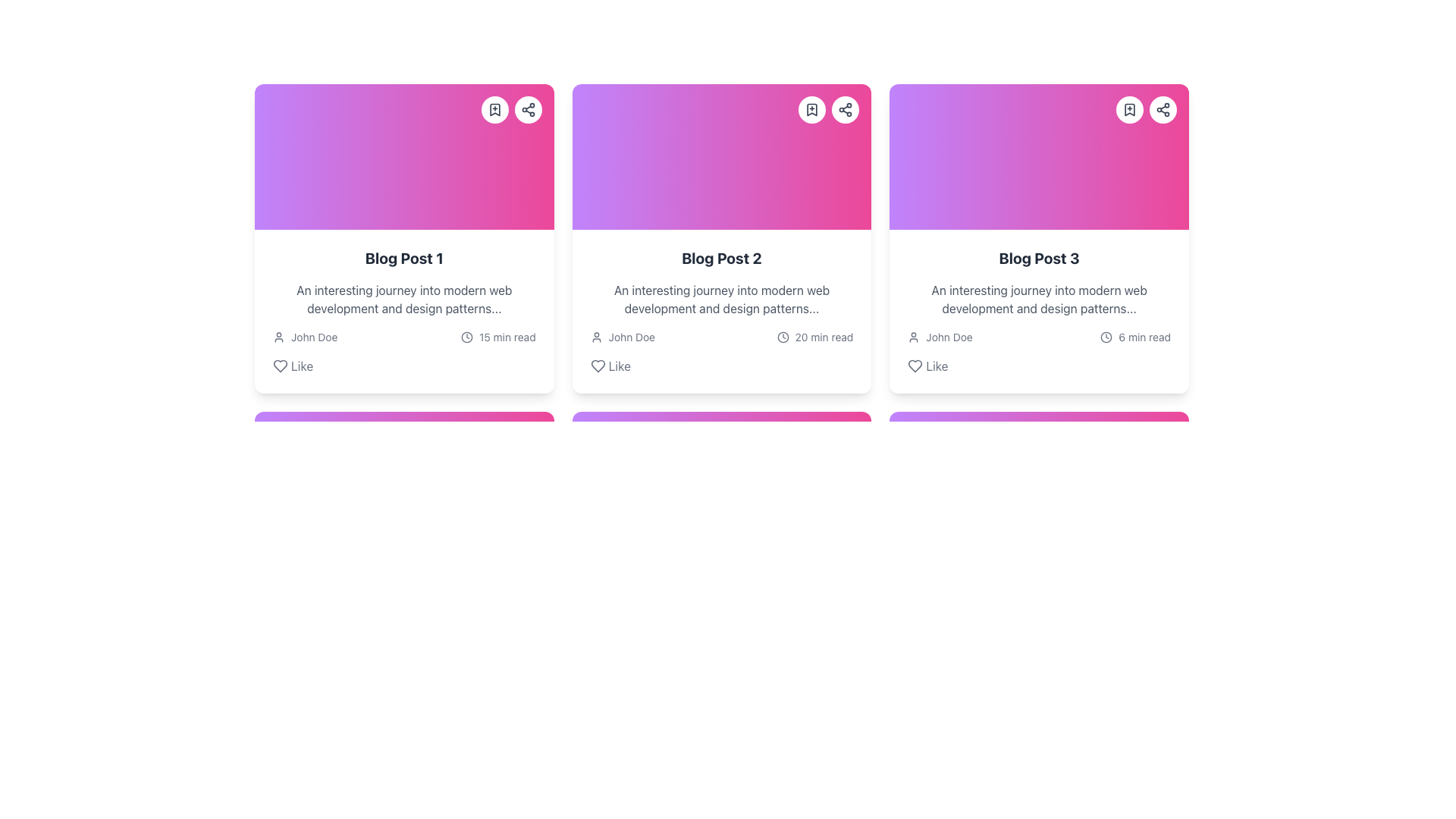  I want to click on the Share Button icon, which is represented by three connected circles forming a triangular shape, located in the top-right corner of the third card, so click(1162, 109).